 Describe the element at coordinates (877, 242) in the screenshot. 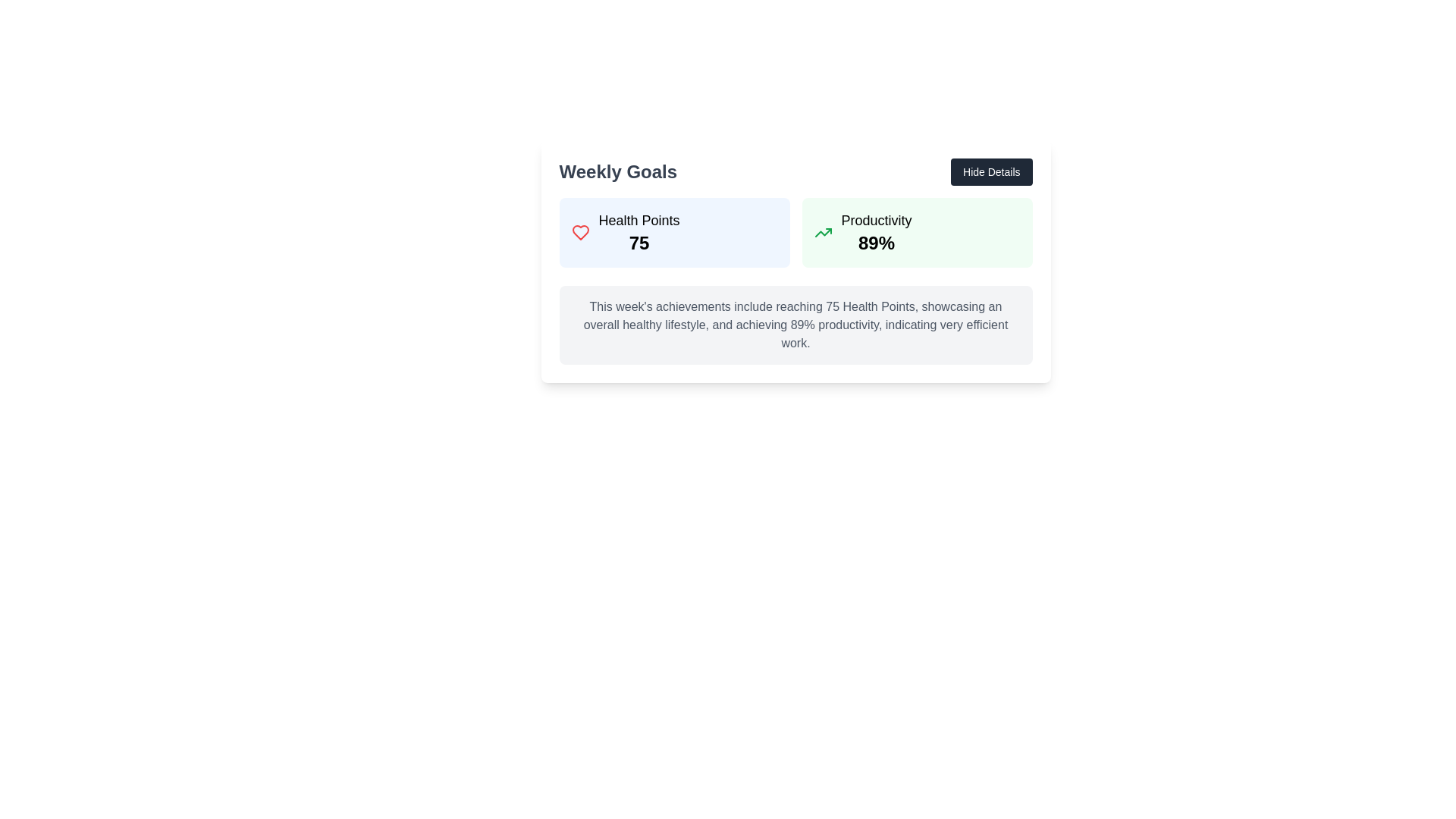

I see `the bold text label displaying '89%' in black color, which represents a key performance indicator within the 'Productivity' section, located under the 'Weekly Goals' heading` at that location.